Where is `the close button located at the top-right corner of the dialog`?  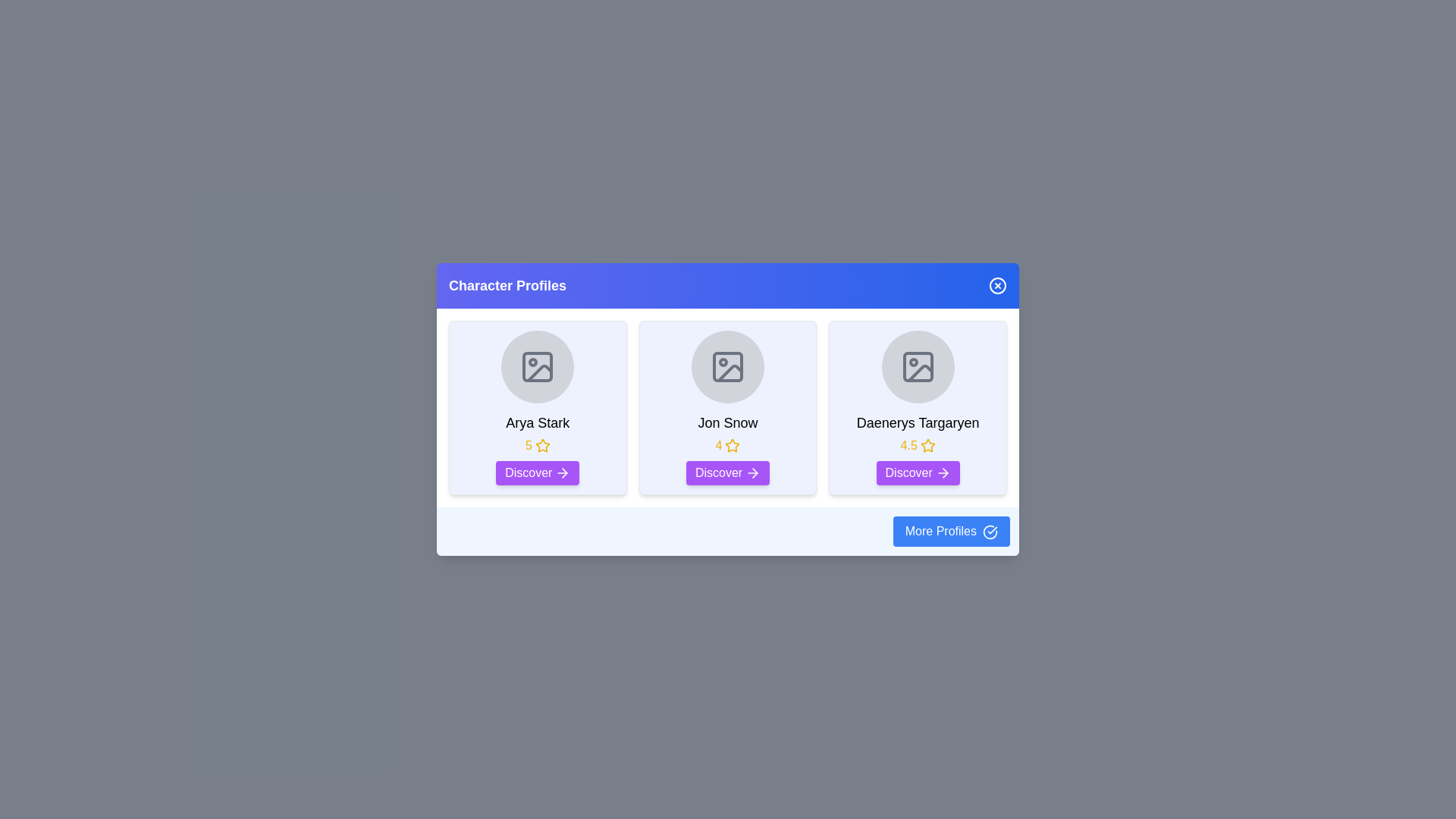
the close button located at the top-right corner of the dialog is located at coordinates (997, 286).